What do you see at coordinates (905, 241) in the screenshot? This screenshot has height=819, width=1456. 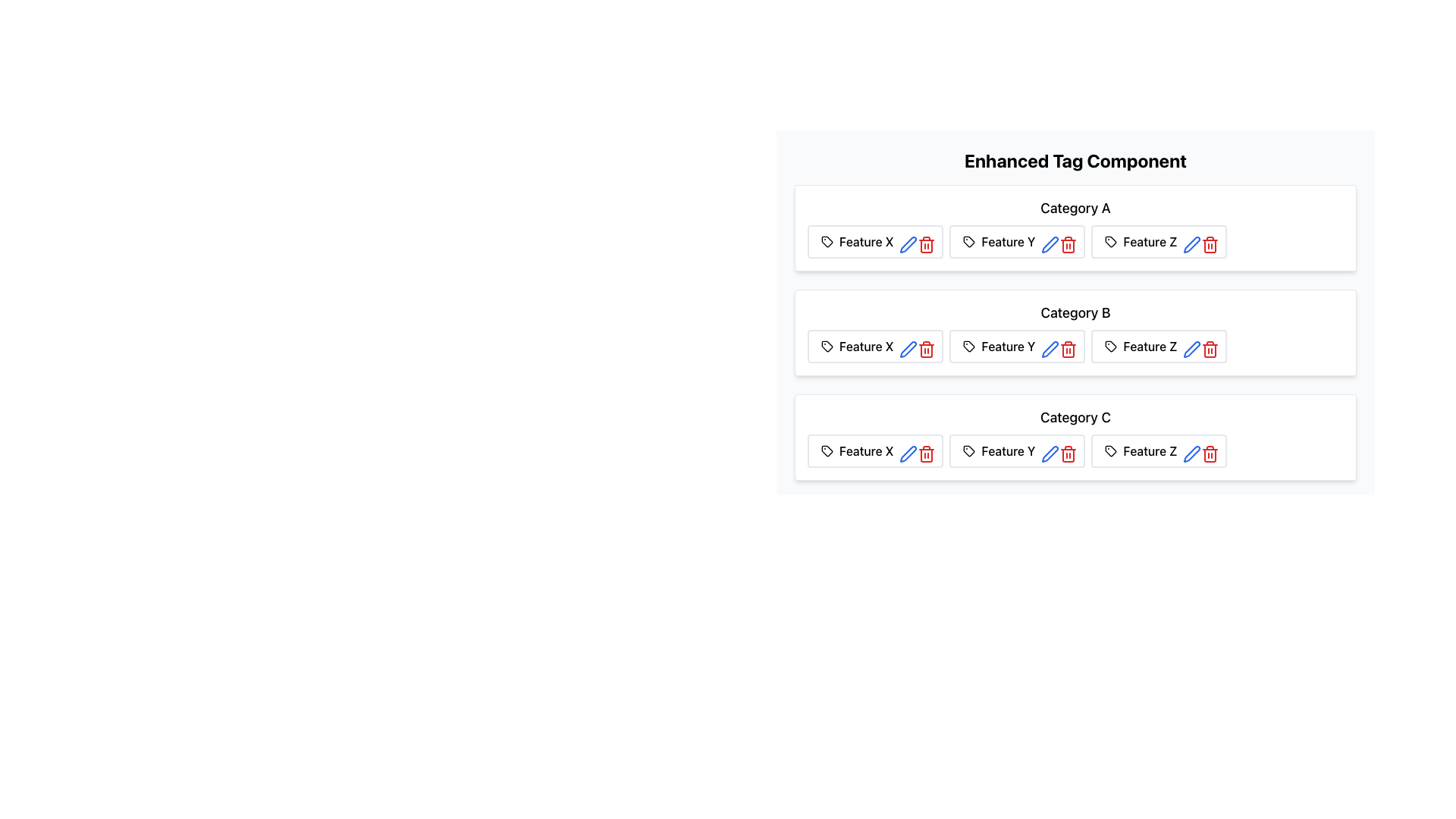 I see `the interactive button for editing 'Feature X', which is located between the 'Feature X' label and a red trash can icon` at bounding box center [905, 241].